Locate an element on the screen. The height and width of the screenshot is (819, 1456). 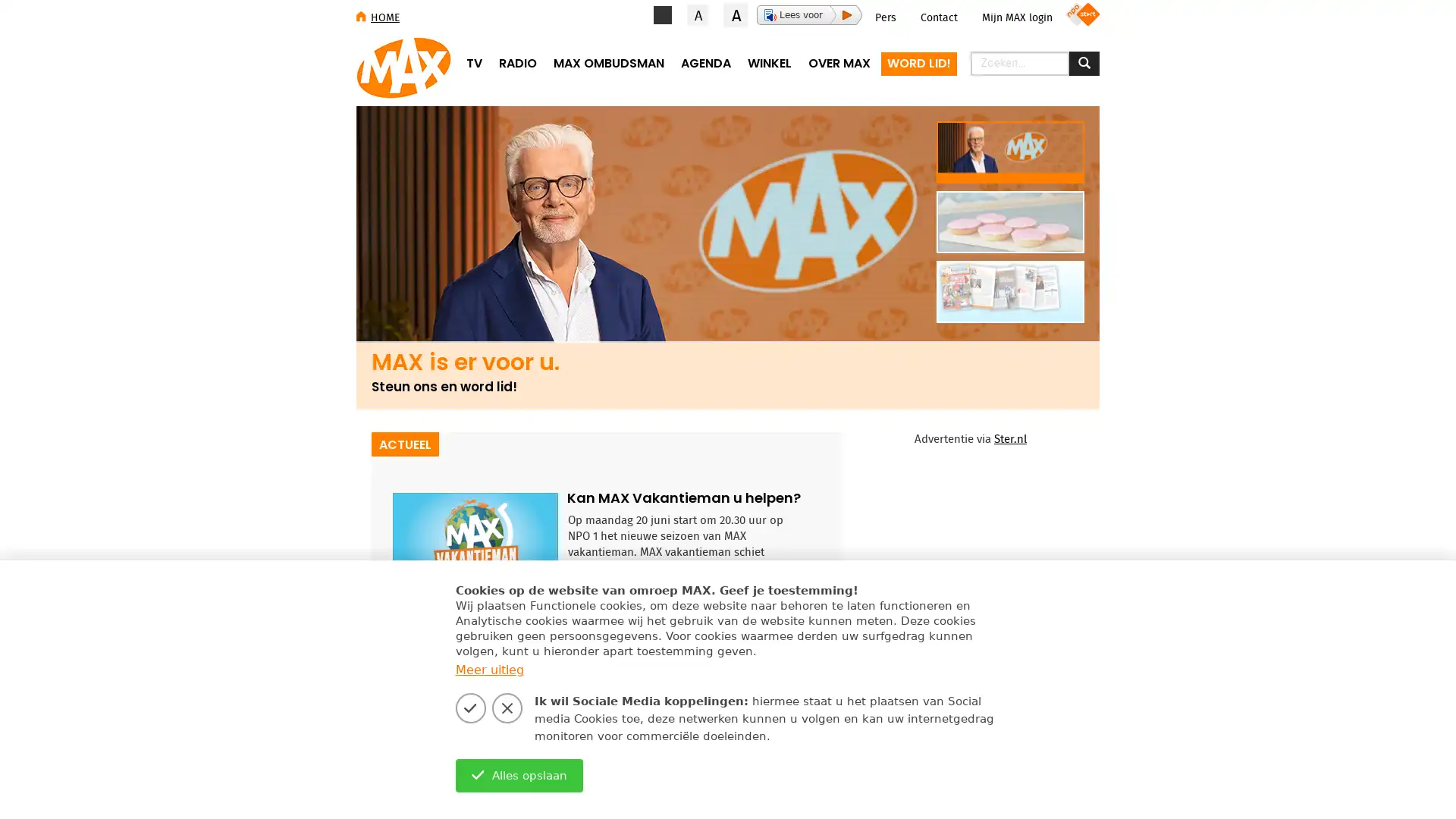
Alles opslaan is located at coordinates (519, 775).